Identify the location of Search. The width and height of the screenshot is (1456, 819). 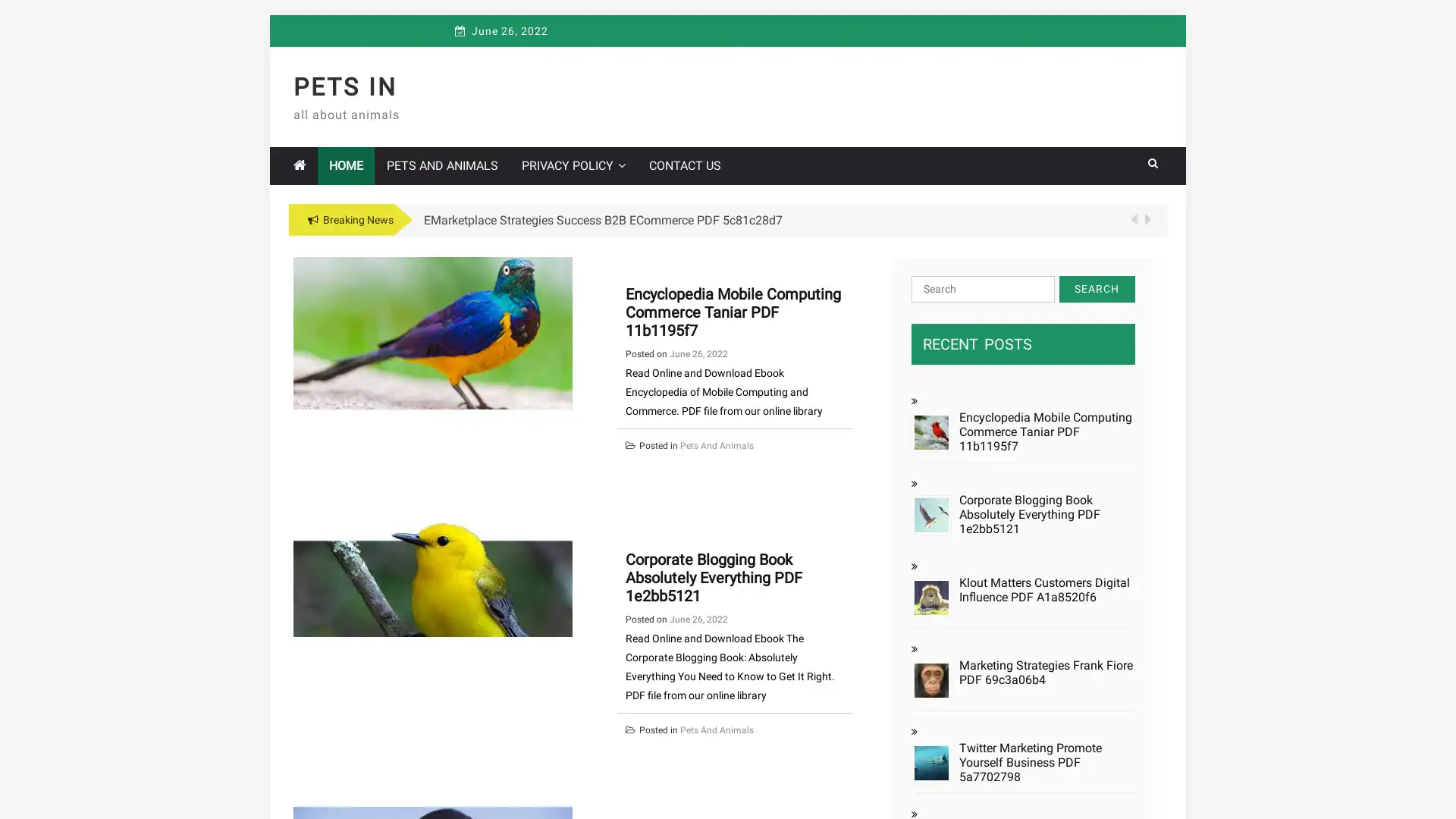
(1096, 288).